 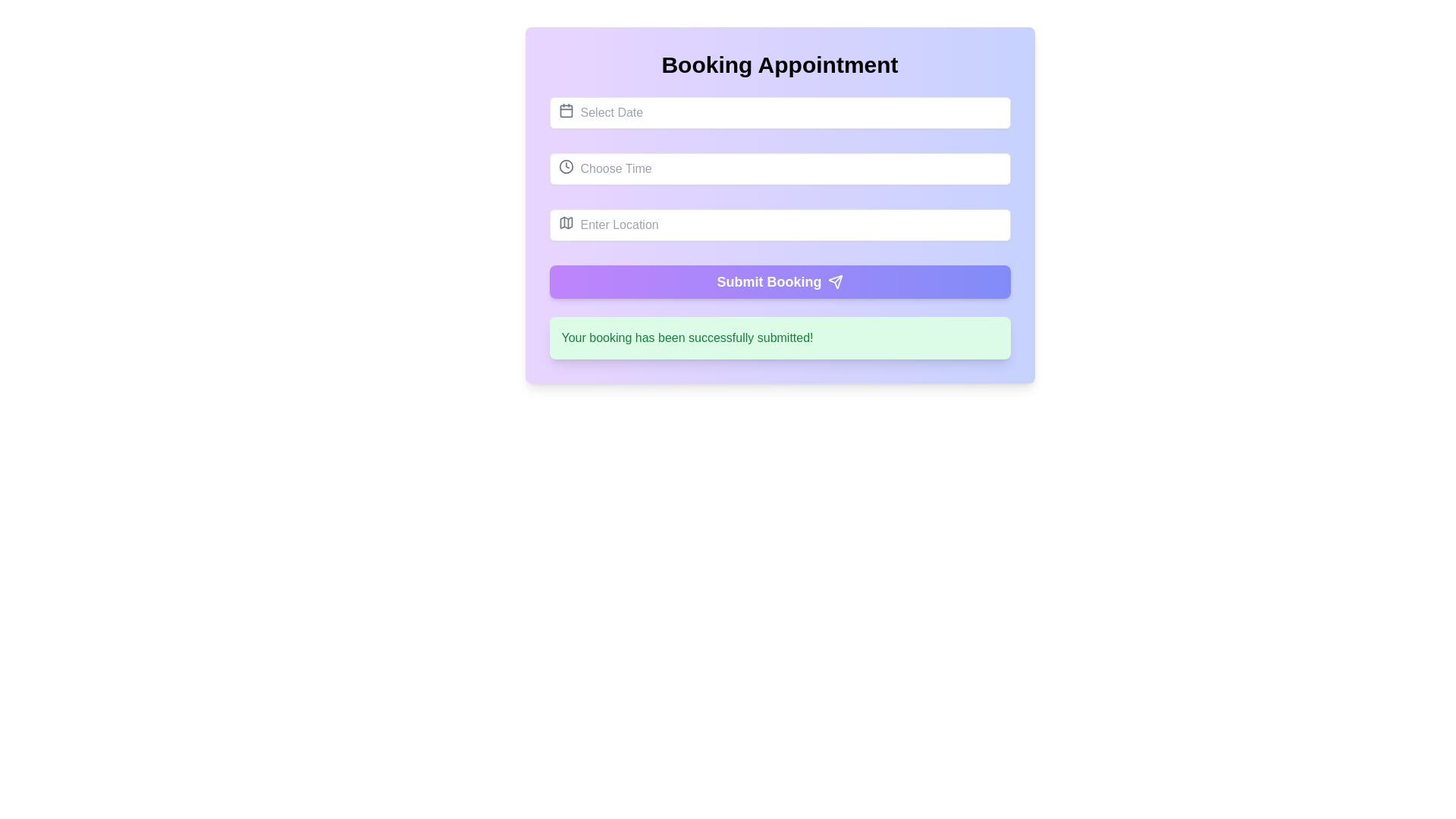 What do you see at coordinates (565, 110) in the screenshot?
I see `the calendar icon, which is an outline style icon with a box and two vertical lines, located to the left of the 'Select Date' placeholder in the first text field` at bounding box center [565, 110].